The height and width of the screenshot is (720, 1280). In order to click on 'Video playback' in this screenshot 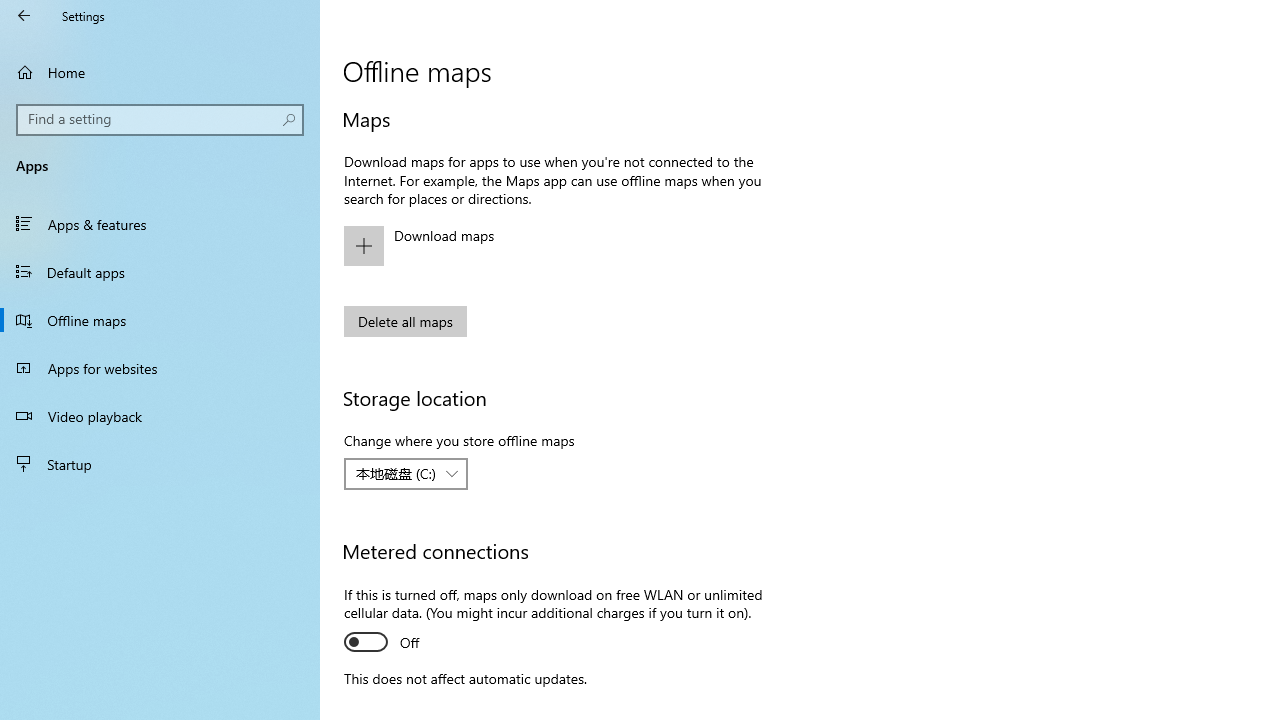, I will do `click(160, 414)`.